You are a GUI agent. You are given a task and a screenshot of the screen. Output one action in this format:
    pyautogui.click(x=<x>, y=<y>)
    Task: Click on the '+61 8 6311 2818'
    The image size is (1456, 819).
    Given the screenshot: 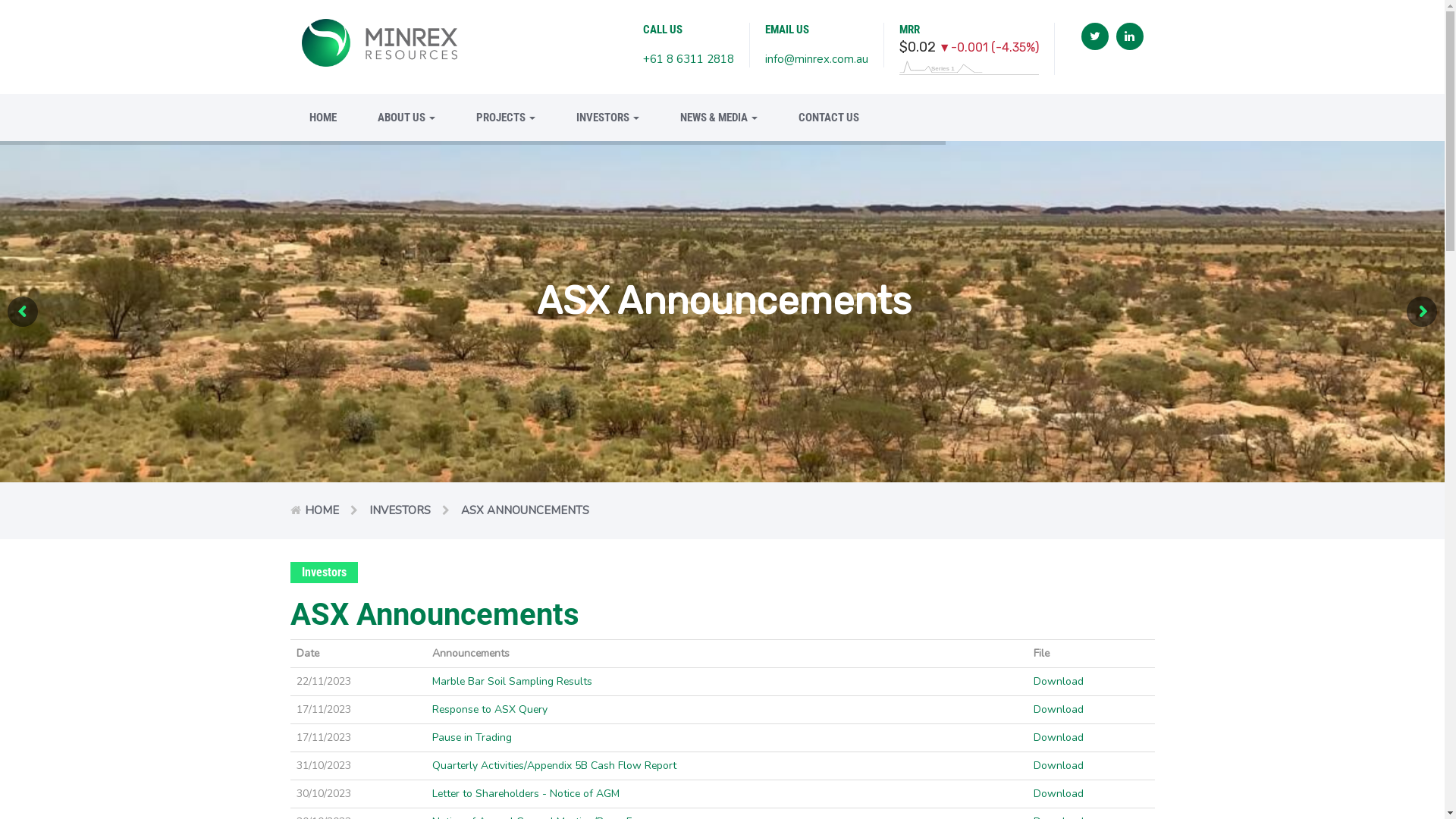 What is the action you would take?
    pyautogui.click(x=687, y=58)
    